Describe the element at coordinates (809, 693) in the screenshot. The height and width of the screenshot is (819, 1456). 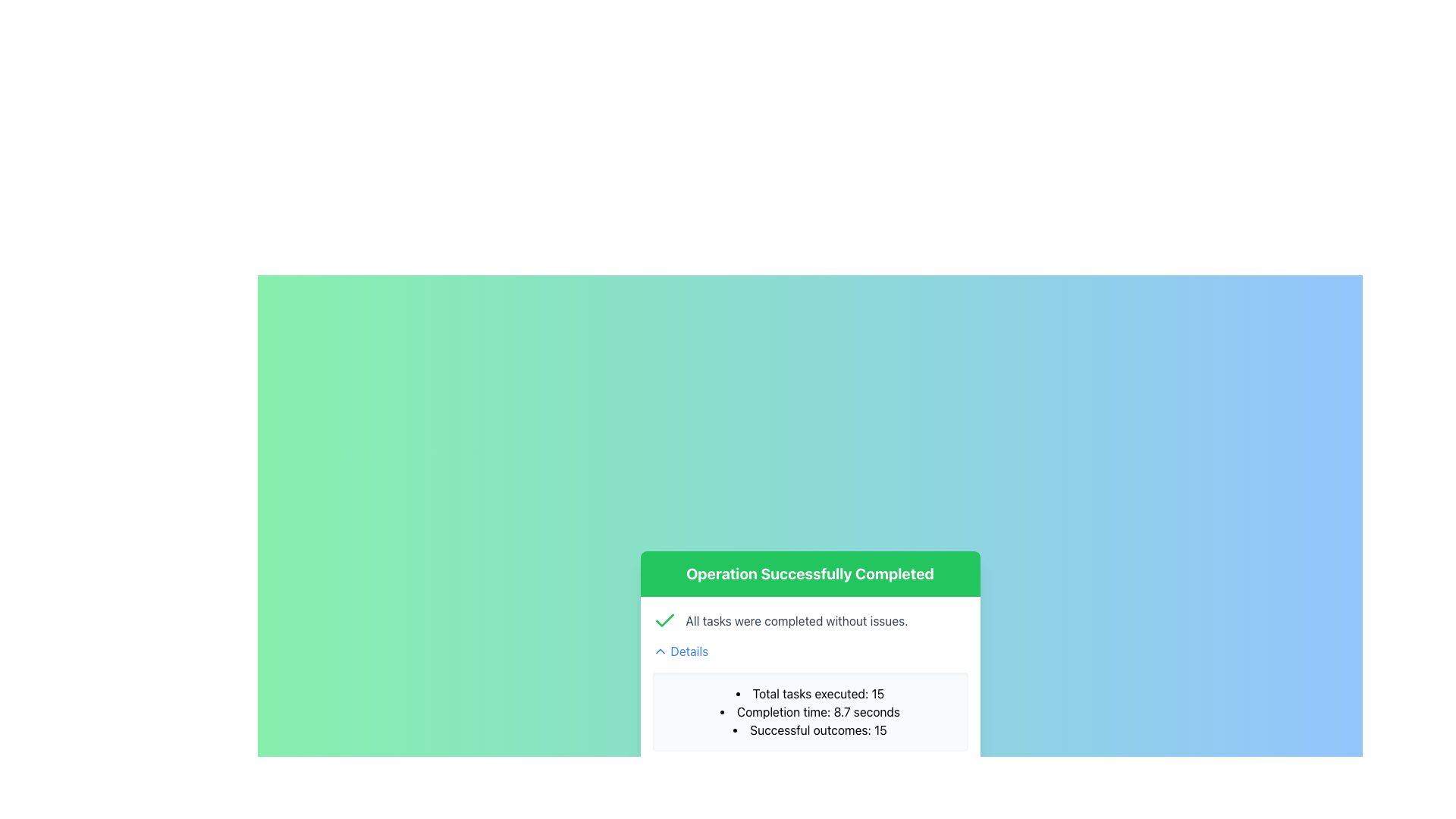
I see `the static text element that reads 'Total tasks executed: 15', which is the first item in the list under the header 'Operation Successfully Completed'` at that location.